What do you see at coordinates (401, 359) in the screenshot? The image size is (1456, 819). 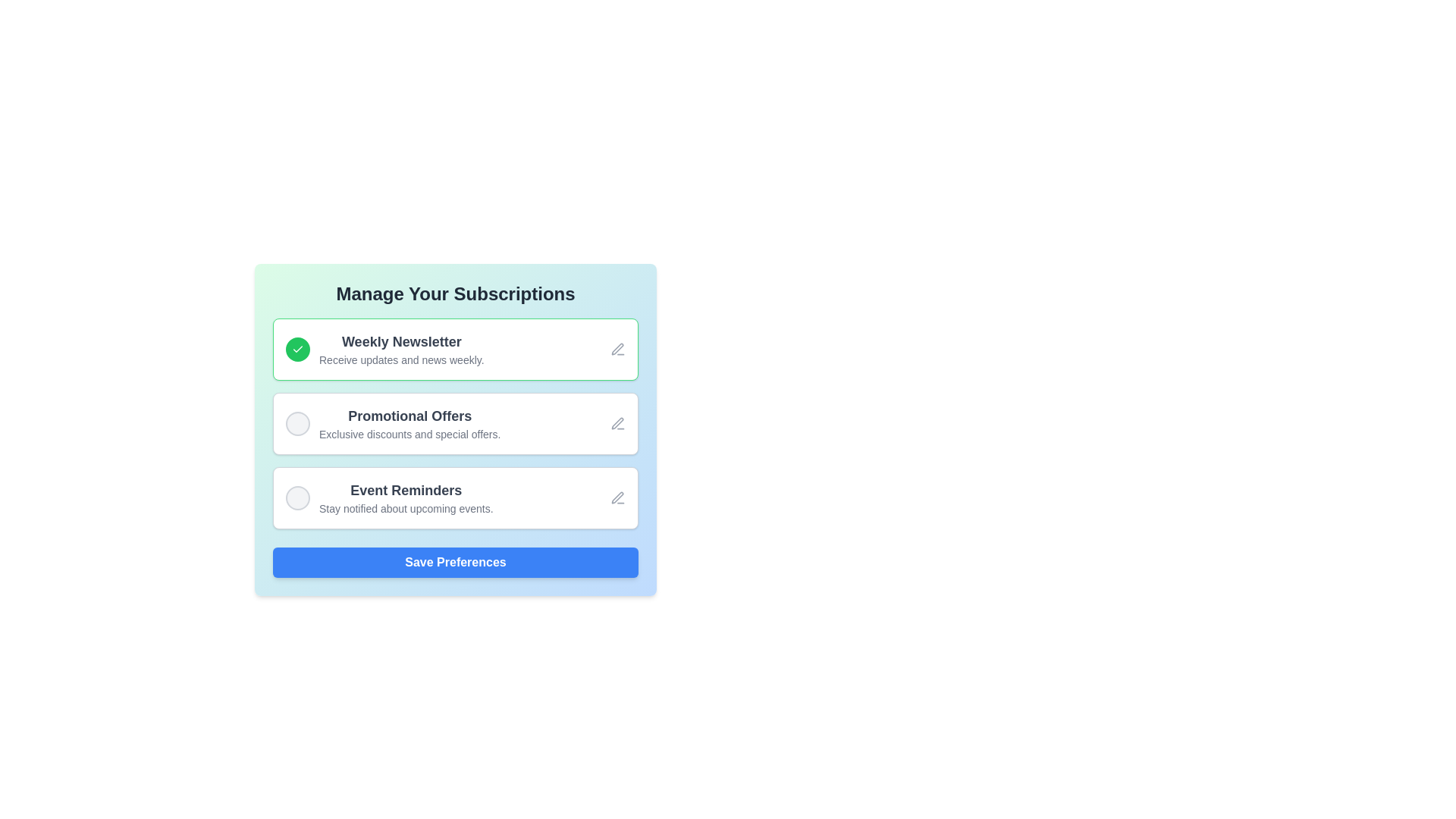 I see `the text element that says 'Receive updates and news weekly.' located underneath the title 'Weekly Newsletter' in the outlined box for subscription options` at bounding box center [401, 359].